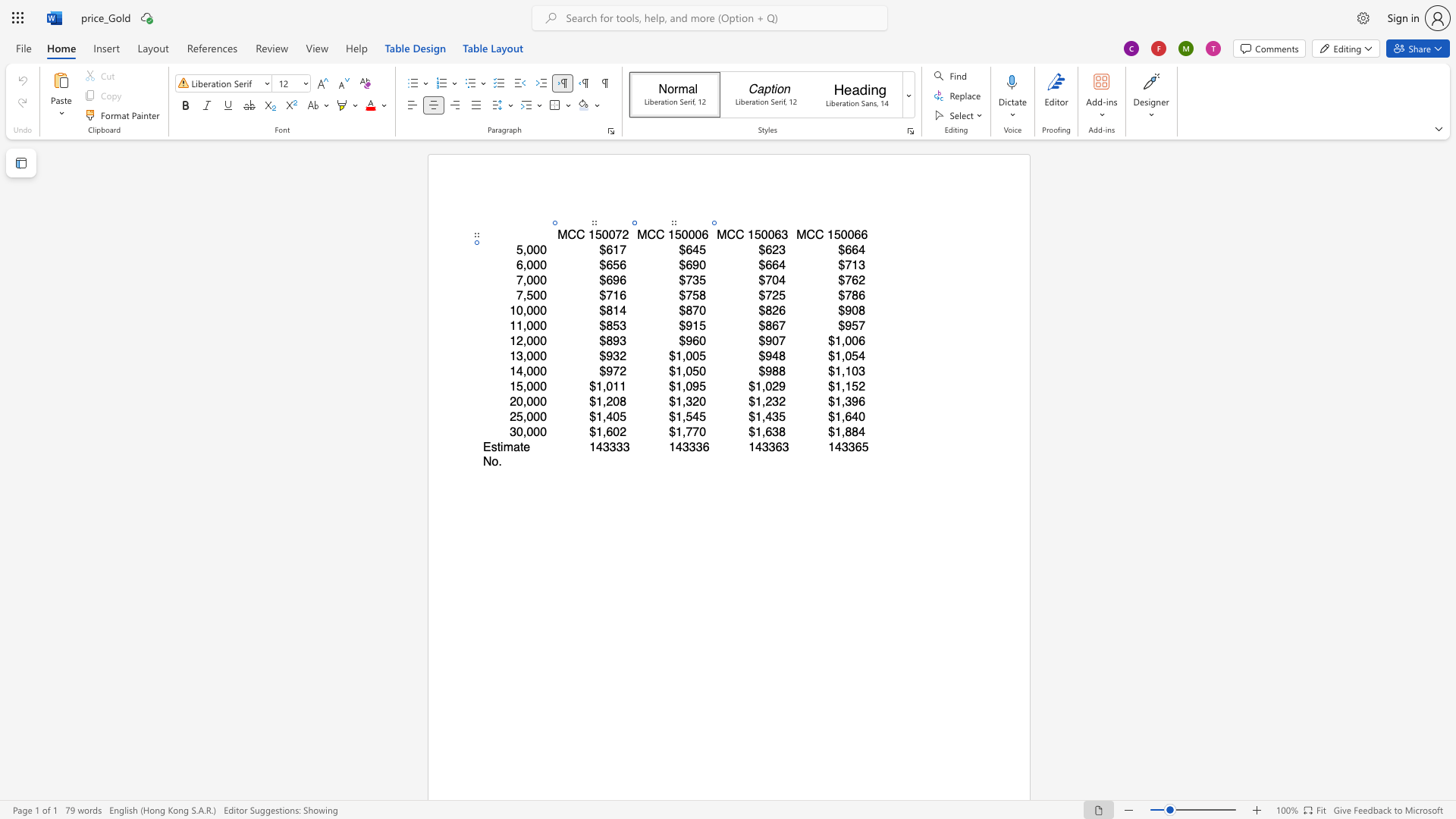 The width and height of the screenshot is (1456, 819). What do you see at coordinates (758, 234) in the screenshot?
I see `the 1th character "5" in the text` at bounding box center [758, 234].